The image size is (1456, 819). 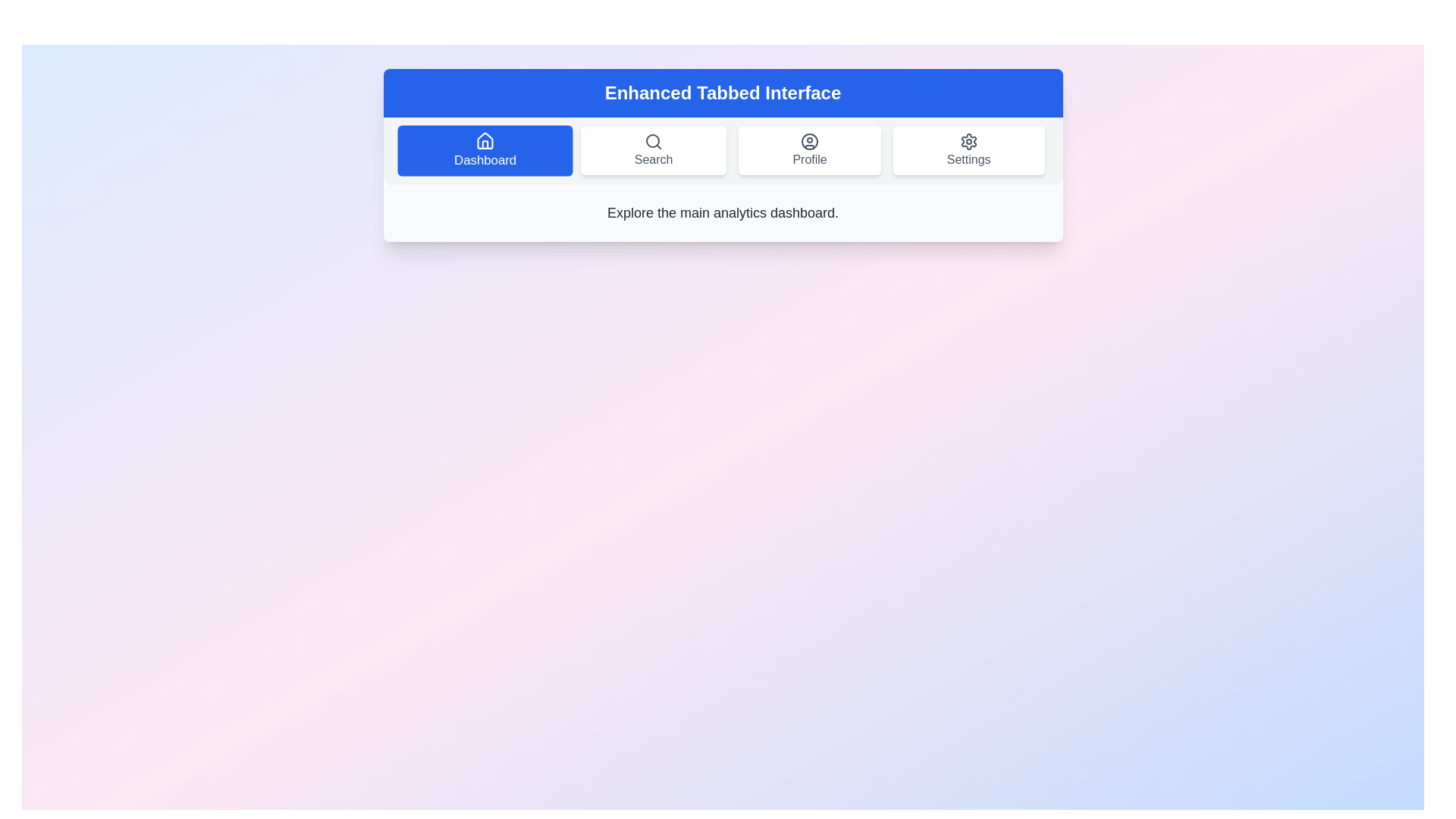 I want to click on the text label indicating 'Settings', which is the fourth item from the left in the navigation bar, so click(x=968, y=160).